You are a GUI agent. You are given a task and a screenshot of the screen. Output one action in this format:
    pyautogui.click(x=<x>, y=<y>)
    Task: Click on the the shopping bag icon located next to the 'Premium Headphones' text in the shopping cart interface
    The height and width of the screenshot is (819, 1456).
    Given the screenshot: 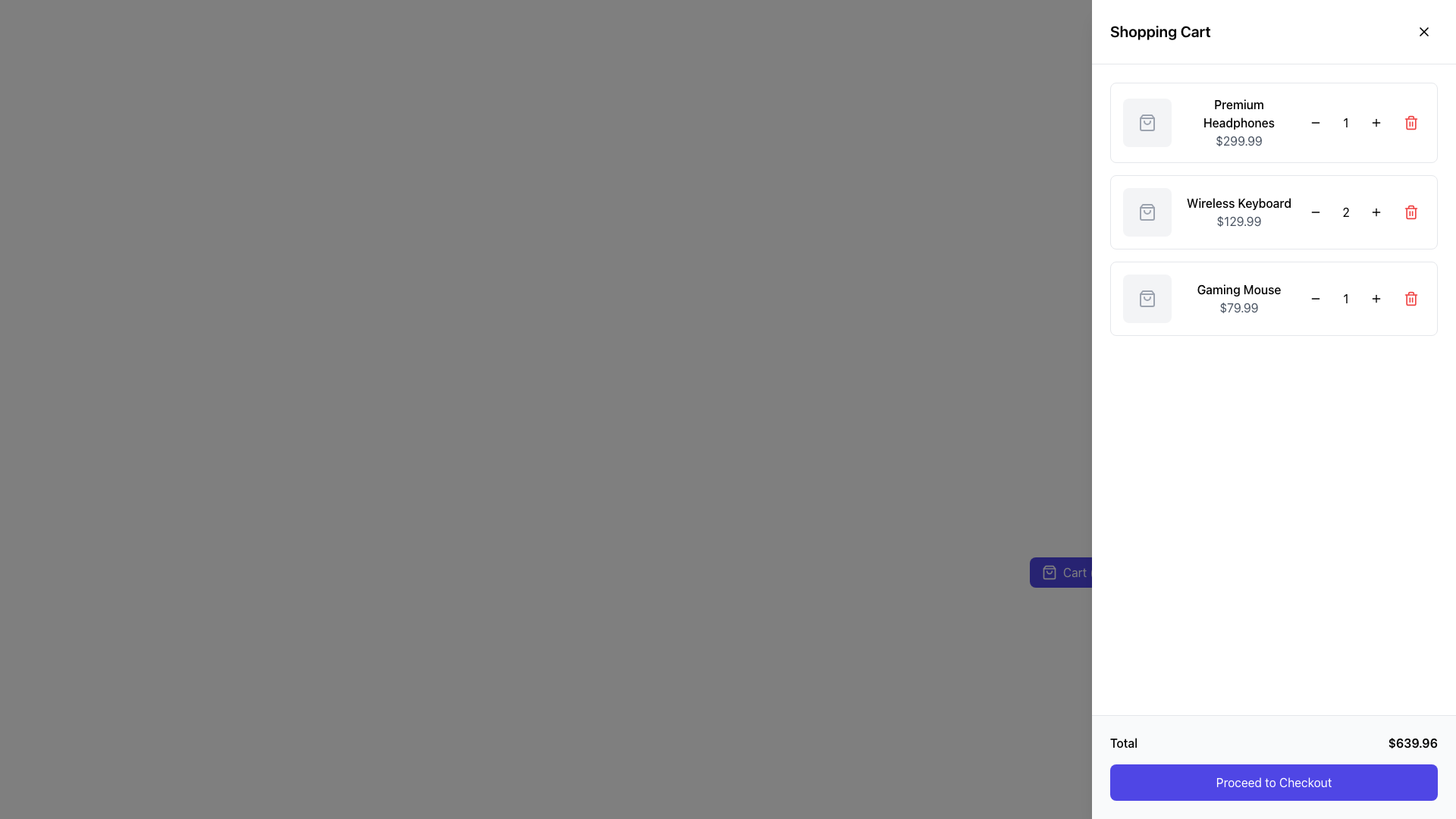 What is the action you would take?
    pyautogui.click(x=1147, y=122)
    